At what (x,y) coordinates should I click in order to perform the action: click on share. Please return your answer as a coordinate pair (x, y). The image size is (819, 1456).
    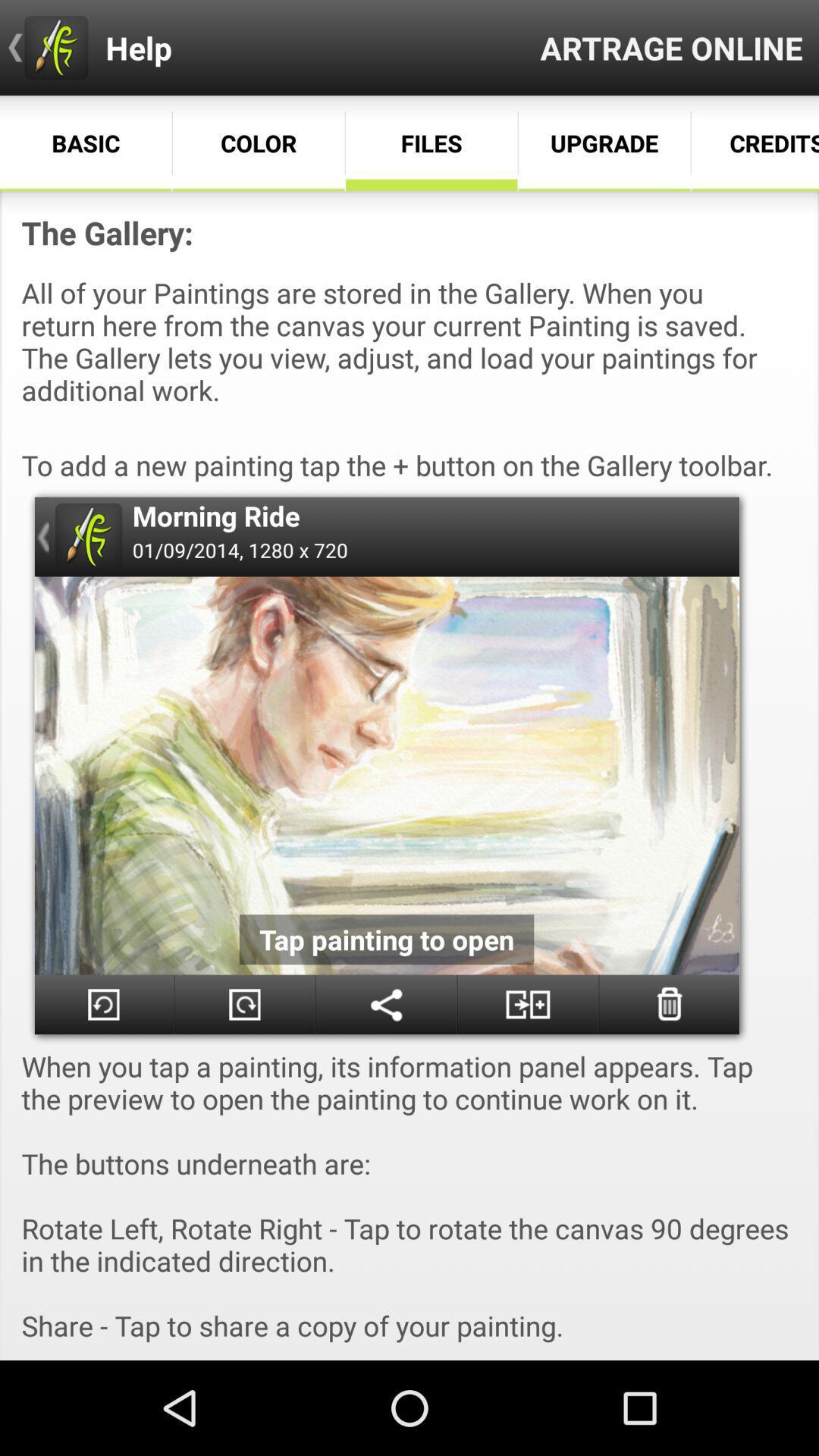
    Looking at the image, I should click on (385, 1004).